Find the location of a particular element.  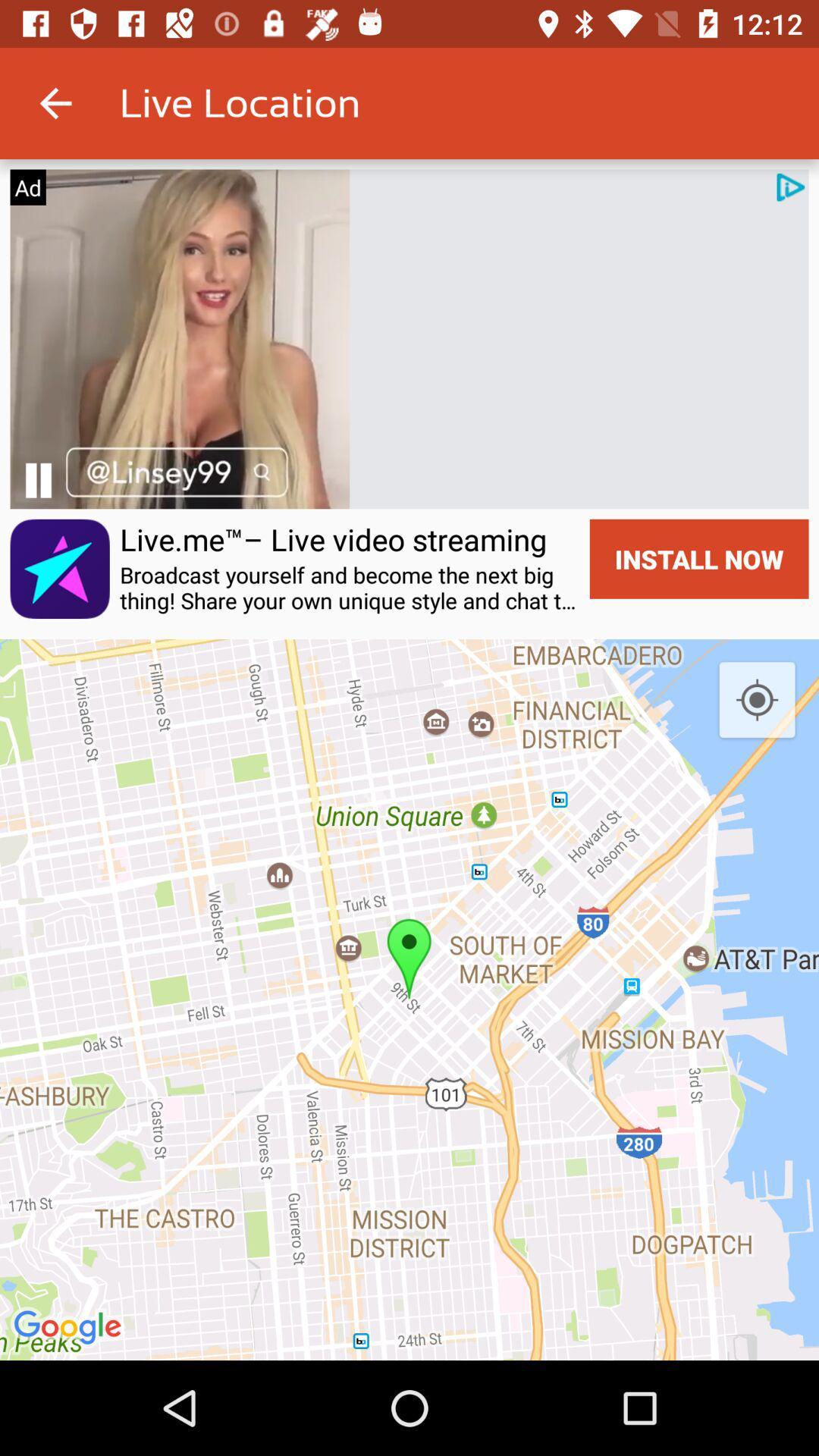

item next to install now is located at coordinates (332, 539).